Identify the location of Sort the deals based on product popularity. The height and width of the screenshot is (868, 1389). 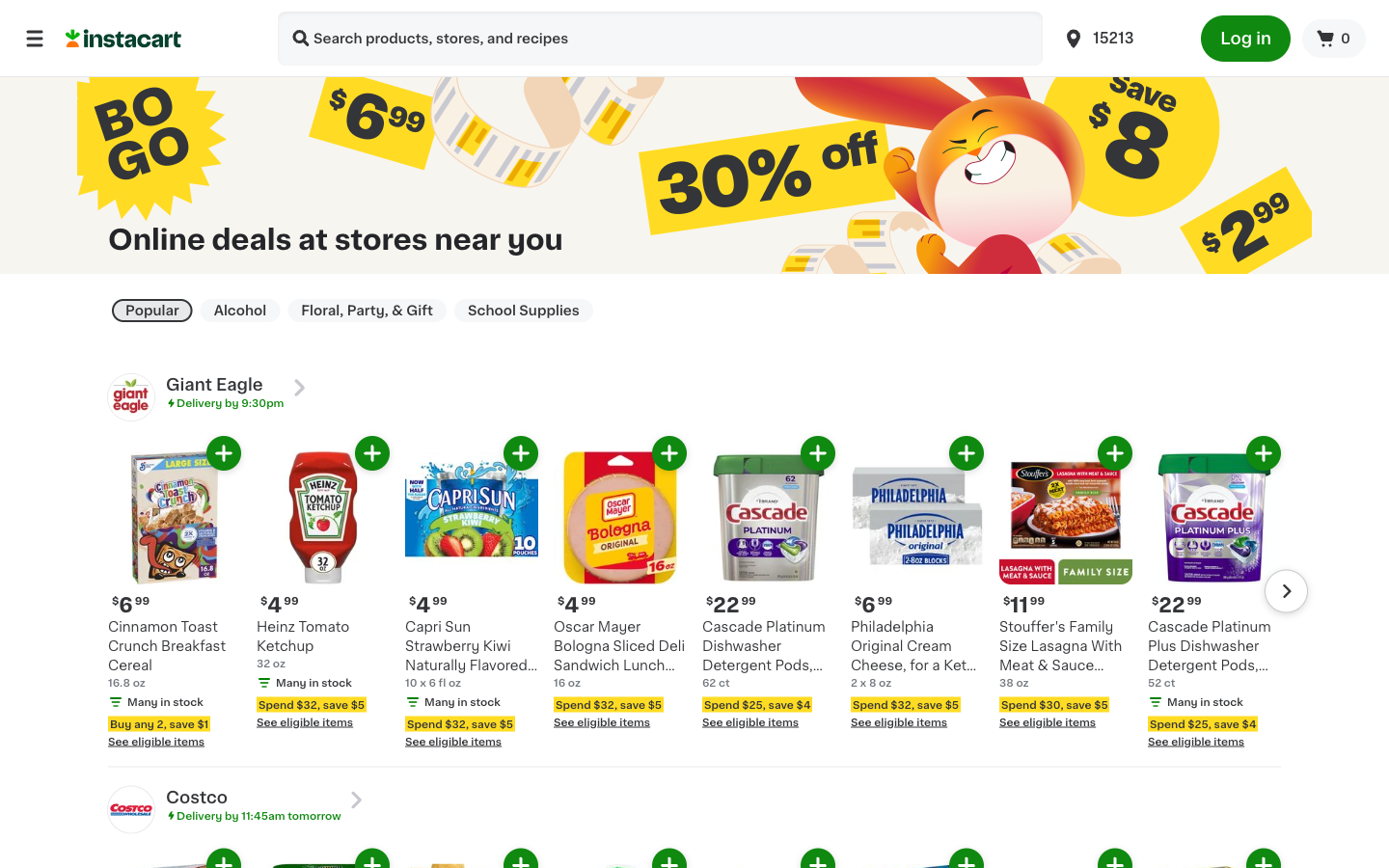
(150, 310).